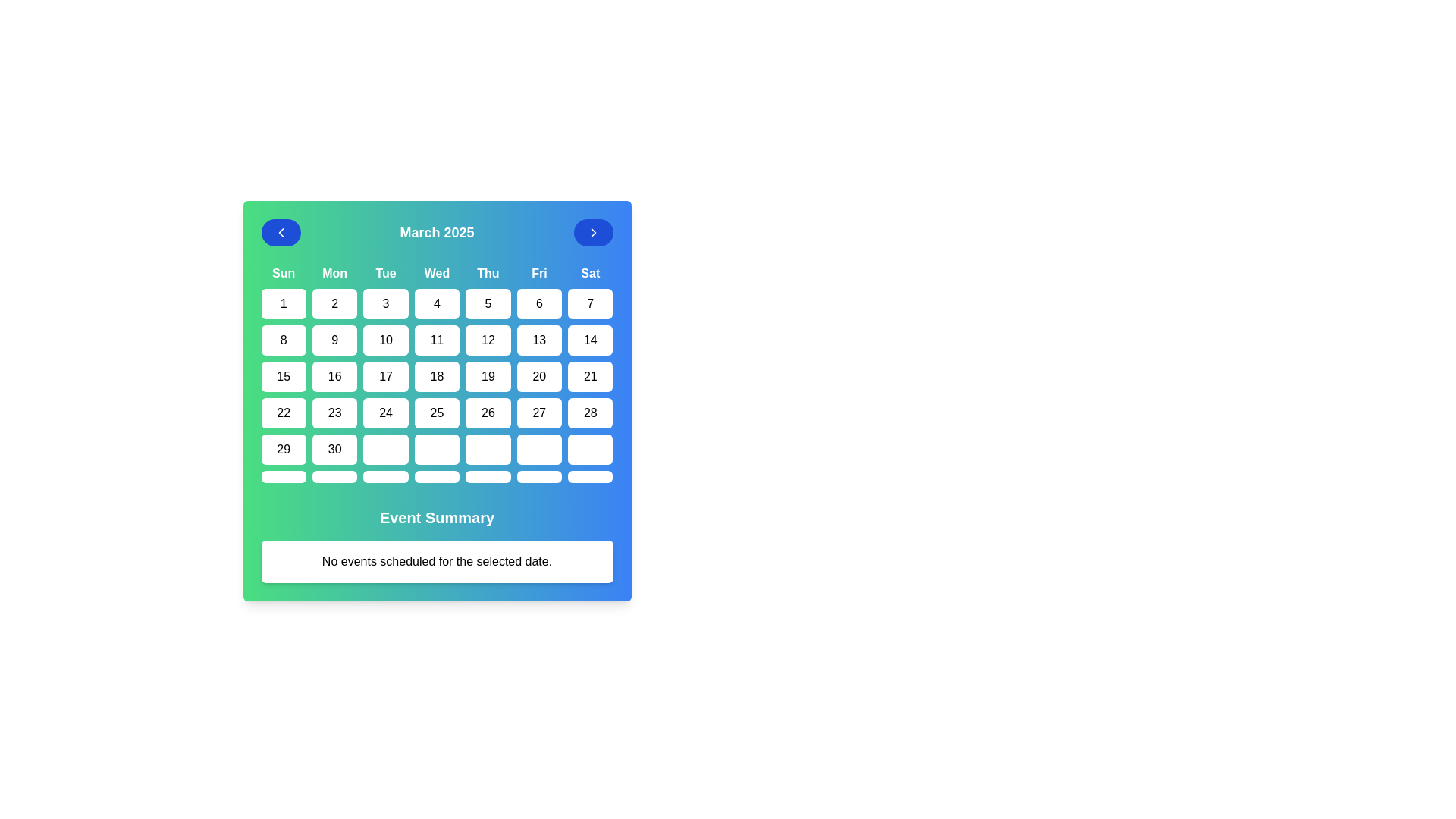 The image size is (1456, 819). Describe the element at coordinates (592, 233) in the screenshot. I see `the right arrow button located in the top-right section of the calendar interface, adjacent to the 'March 2025' label` at that location.